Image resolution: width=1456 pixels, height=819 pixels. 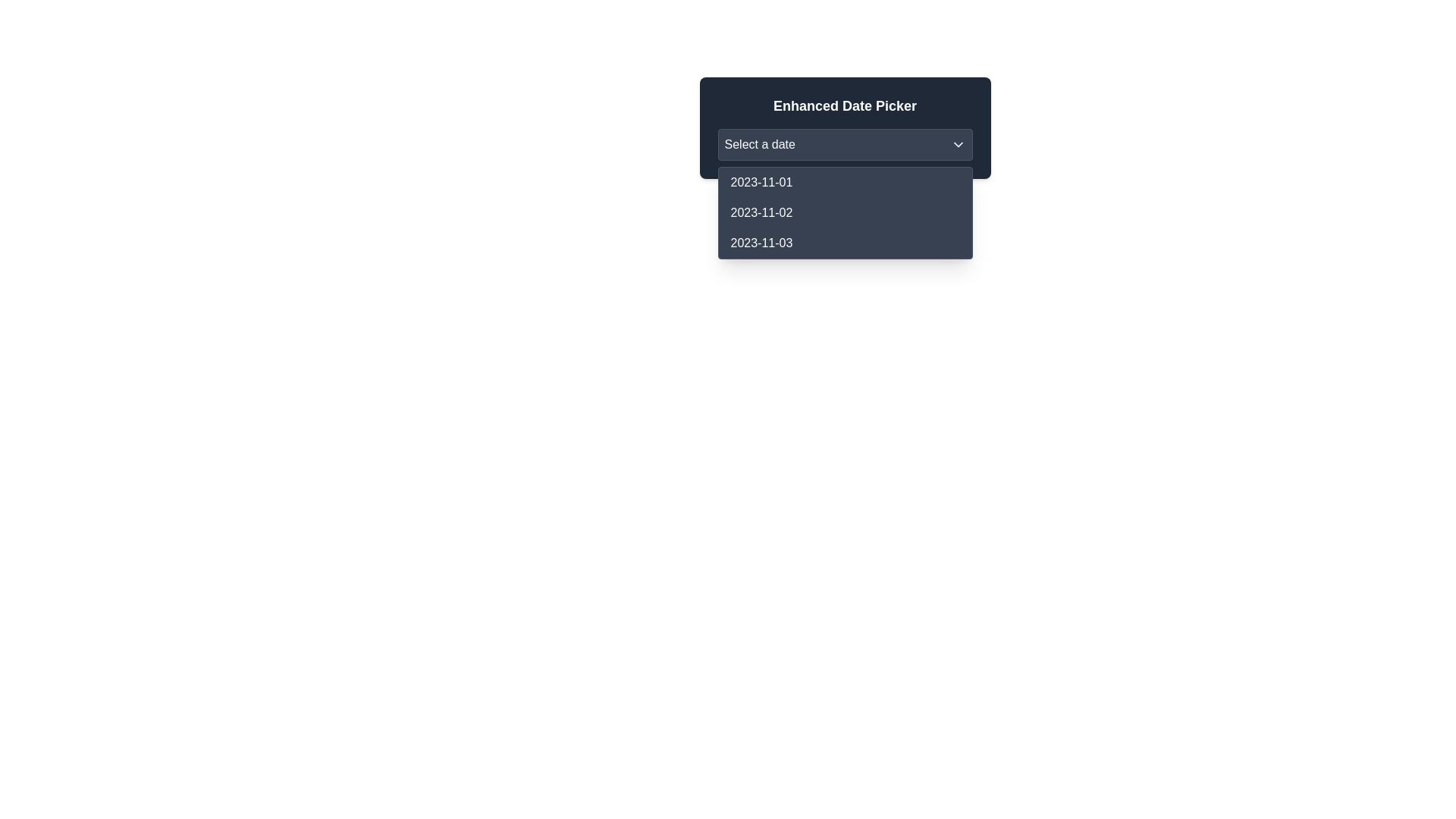 I want to click on the second option '2023-11-02' in the Dropdown menu located below the 'Select a date' box, so click(x=844, y=213).